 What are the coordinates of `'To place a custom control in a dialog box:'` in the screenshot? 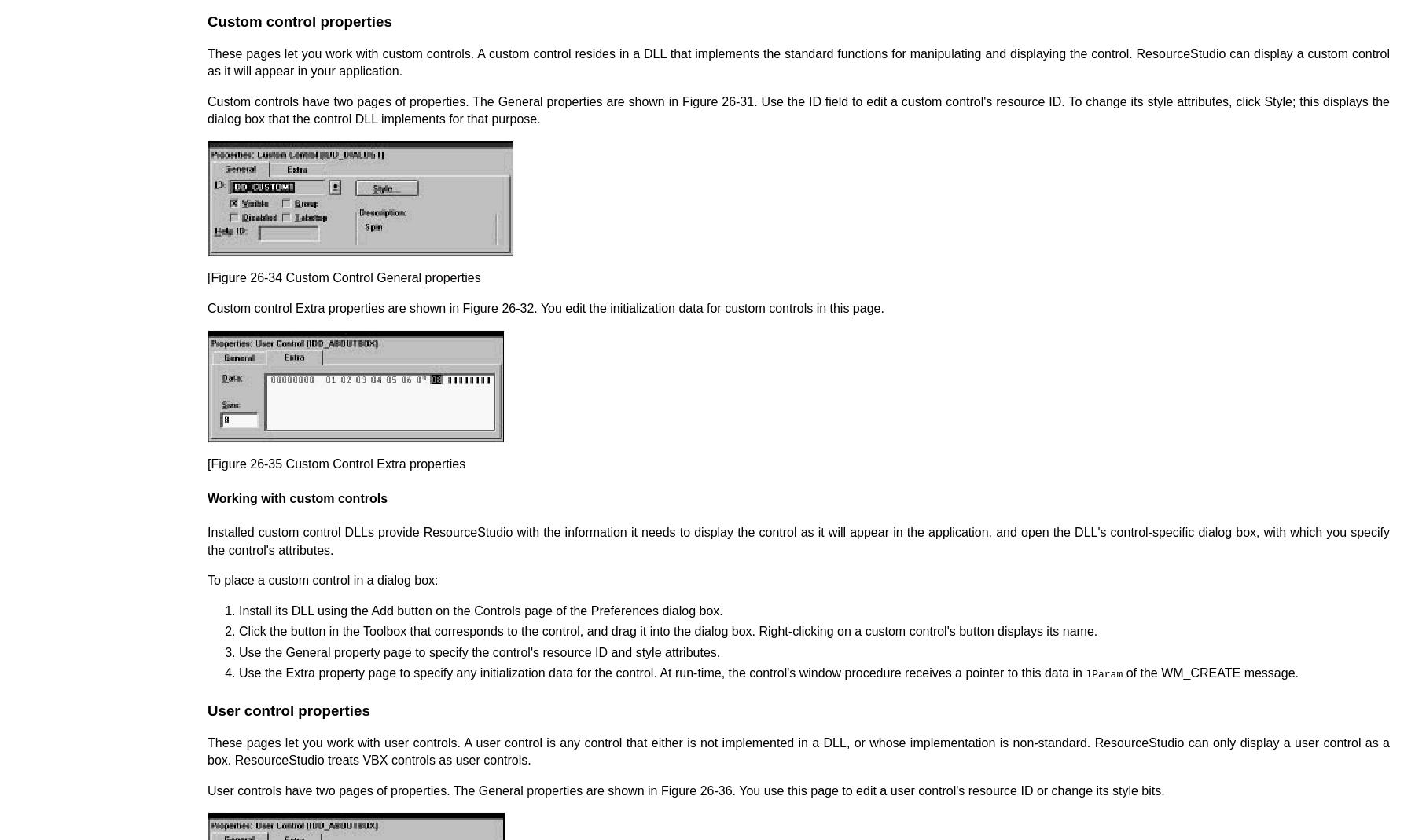 It's located at (322, 579).